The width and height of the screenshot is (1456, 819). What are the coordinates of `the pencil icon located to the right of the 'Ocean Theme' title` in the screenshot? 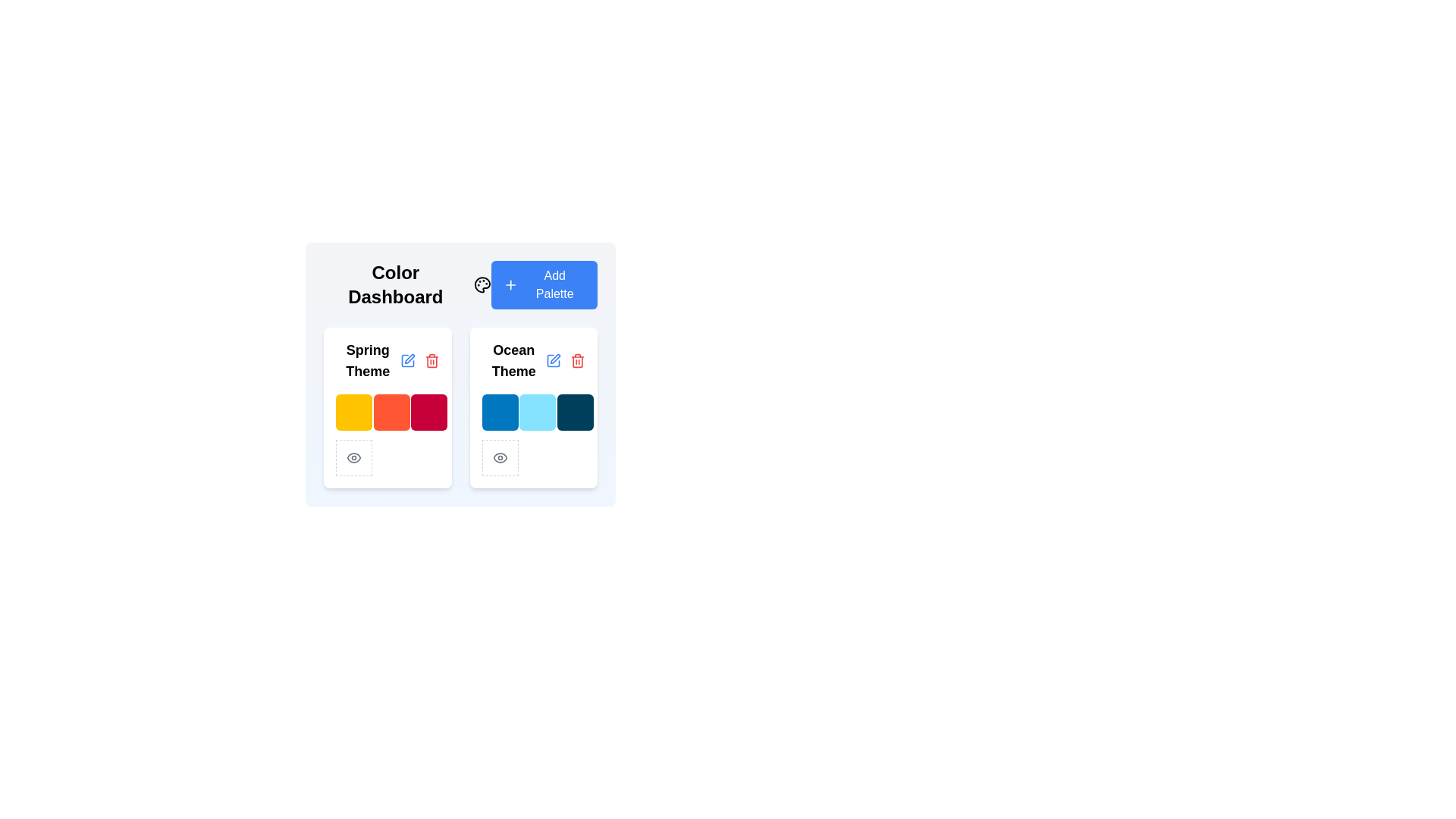 It's located at (552, 360).